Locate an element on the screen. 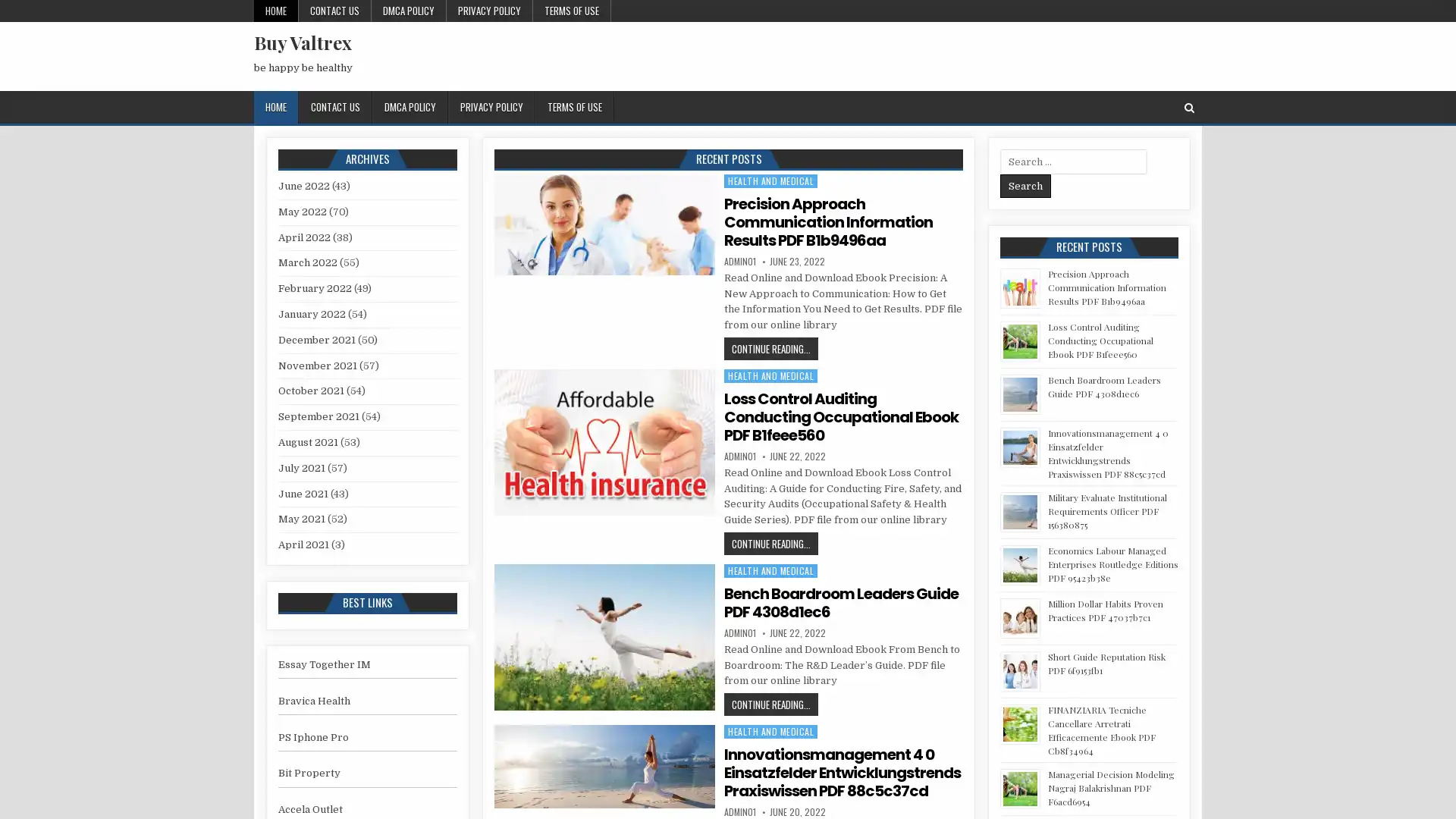 This screenshot has height=819, width=1456. Search is located at coordinates (1025, 185).